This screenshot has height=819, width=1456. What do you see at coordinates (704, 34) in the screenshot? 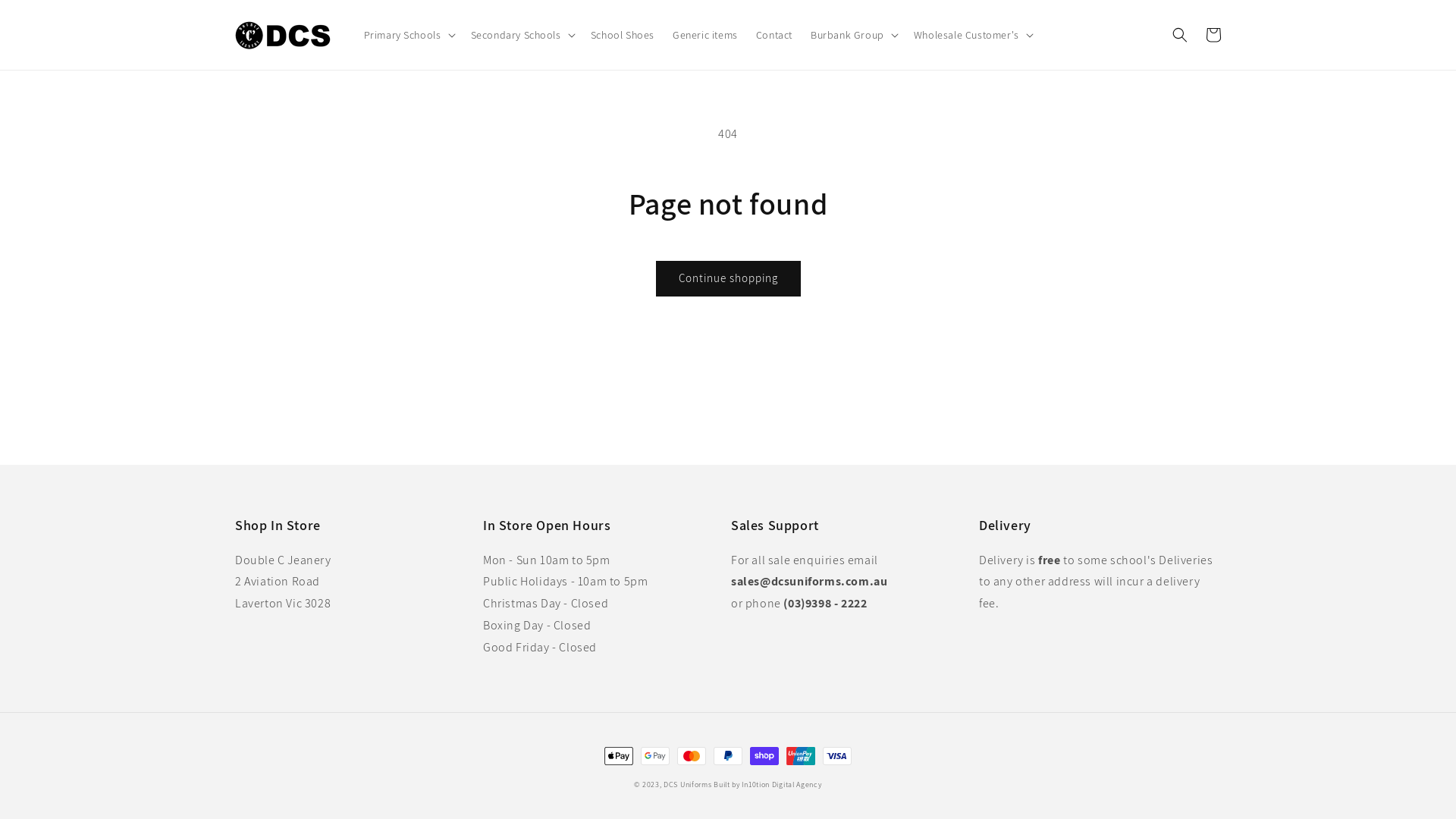
I see `'Generic items'` at bounding box center [704, 34].